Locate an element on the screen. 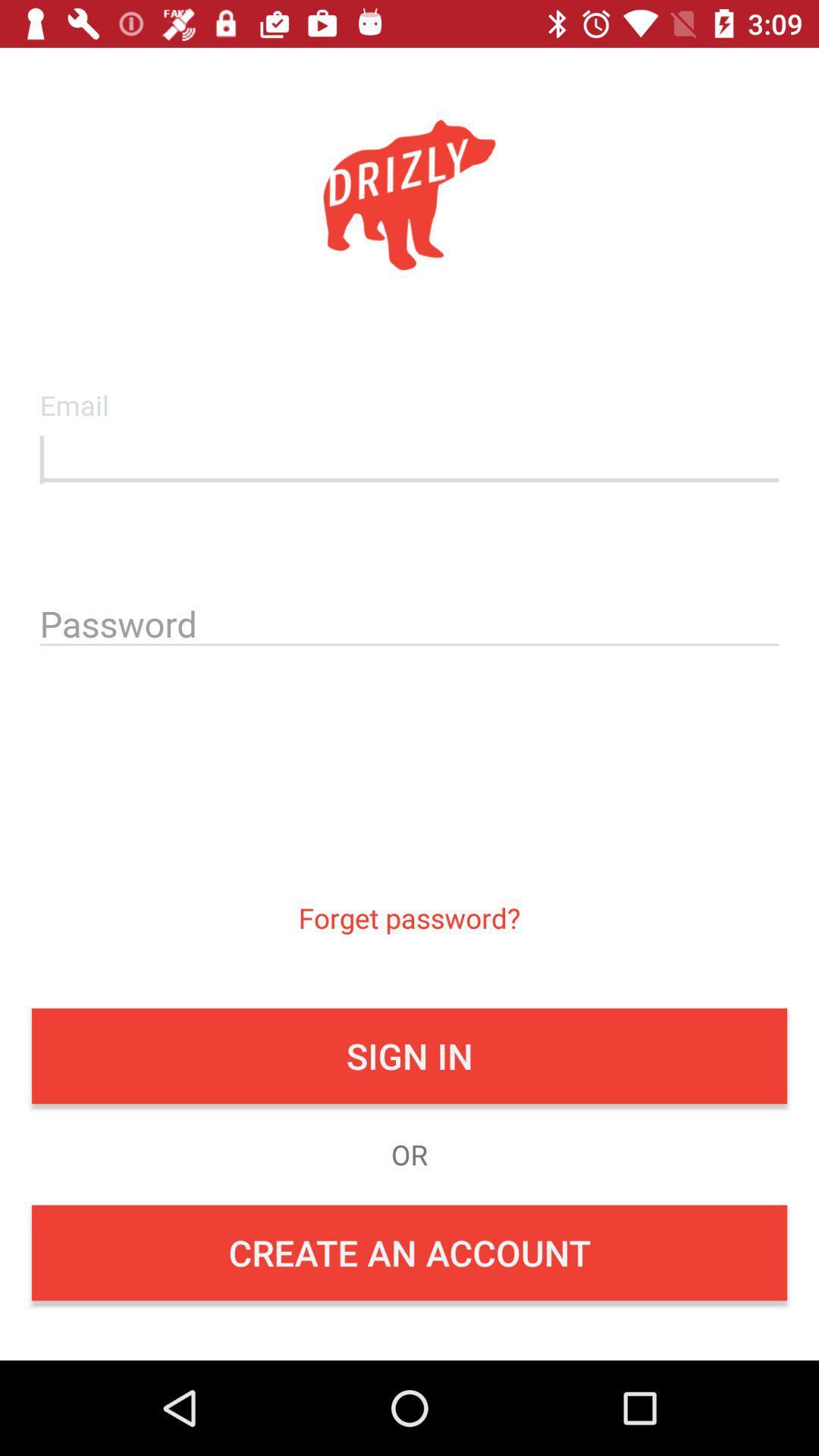  password enter box is located at coordinates (409, 621).